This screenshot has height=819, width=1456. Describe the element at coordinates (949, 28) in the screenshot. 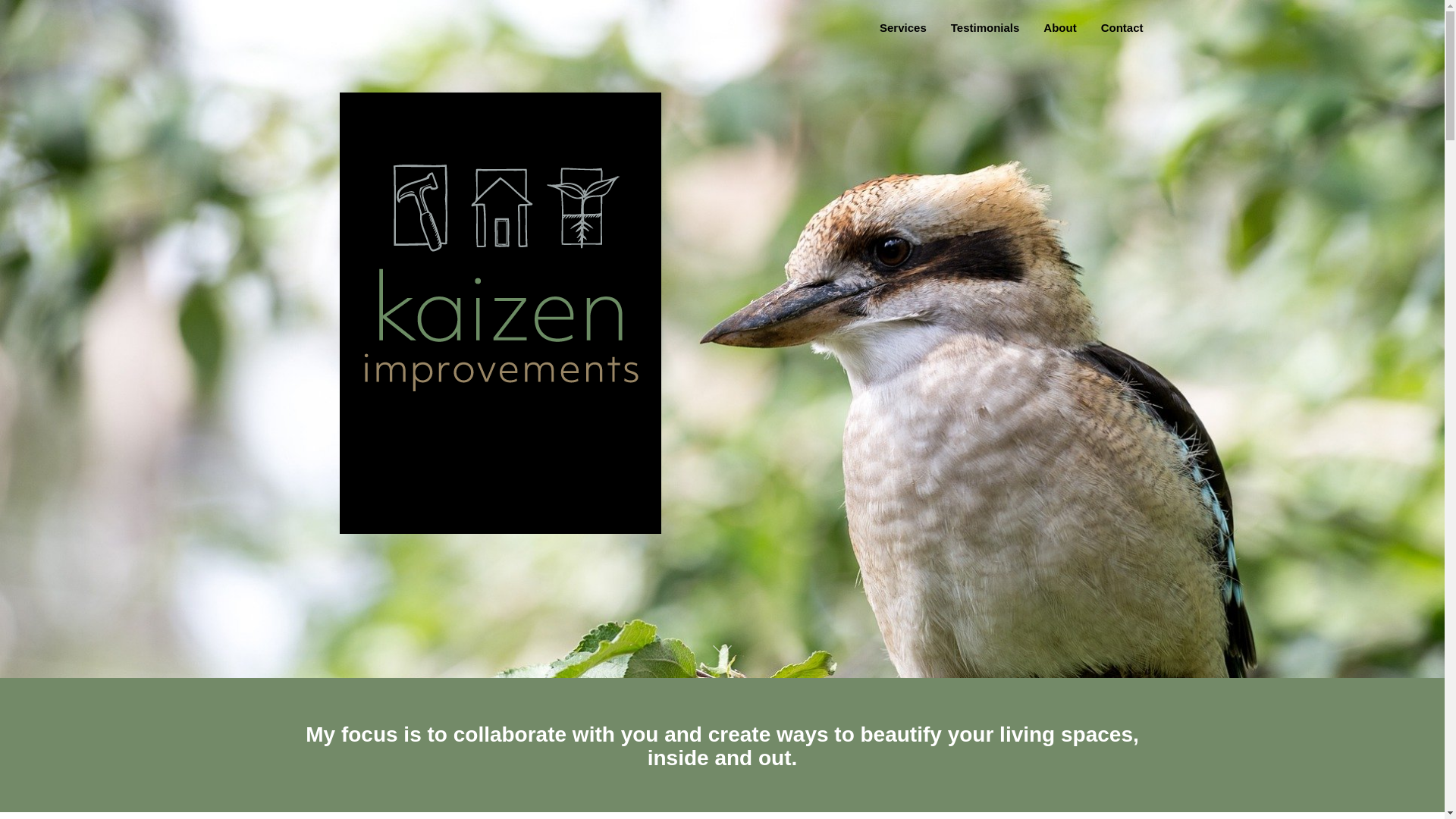

I see `'Testimonials'` at that location.